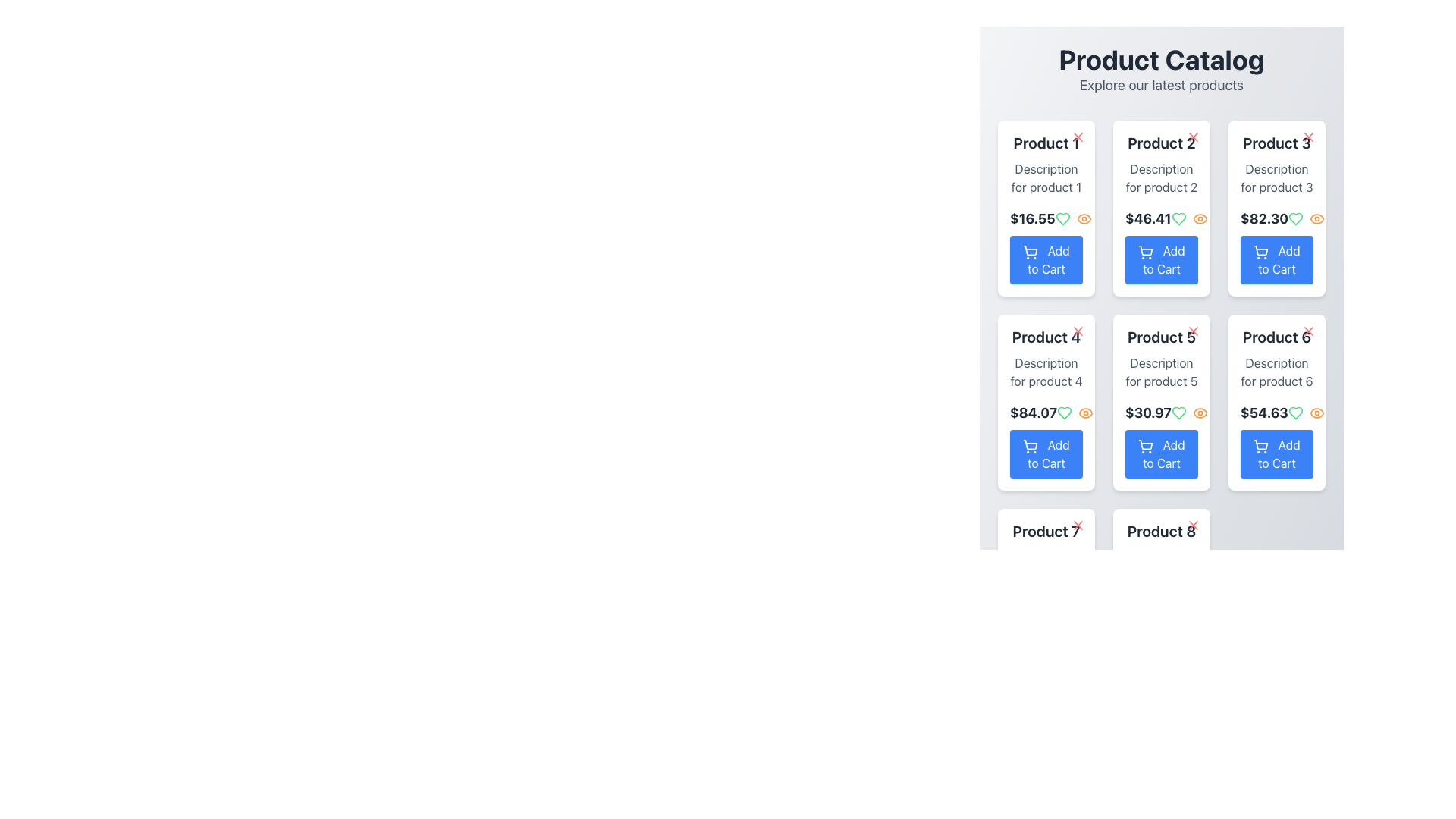 The width and height of the screenshot is (1456, 819). I want to click on the shopping cart icon located within the 'Add to Cart' button of the third product card in the first row of the product catalog, so click(1261, 251).